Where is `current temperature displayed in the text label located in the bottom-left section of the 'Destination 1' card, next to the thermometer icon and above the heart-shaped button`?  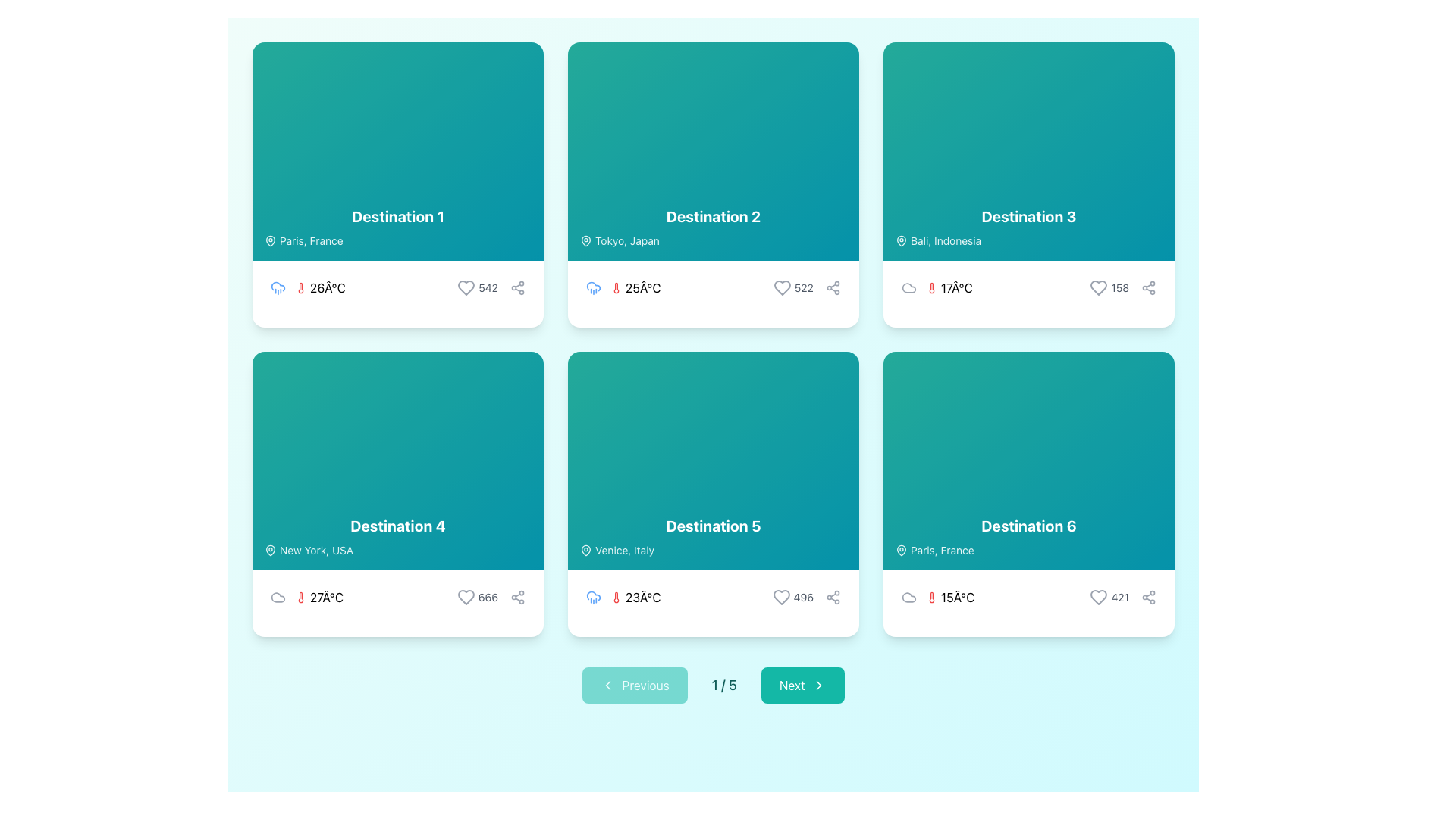 current temperature displayed in the text label located in the bottom-left section of the 'Destination 1' card, next to the thermometer icon and above the heart-shaped button is located at coordinates (327, 288).